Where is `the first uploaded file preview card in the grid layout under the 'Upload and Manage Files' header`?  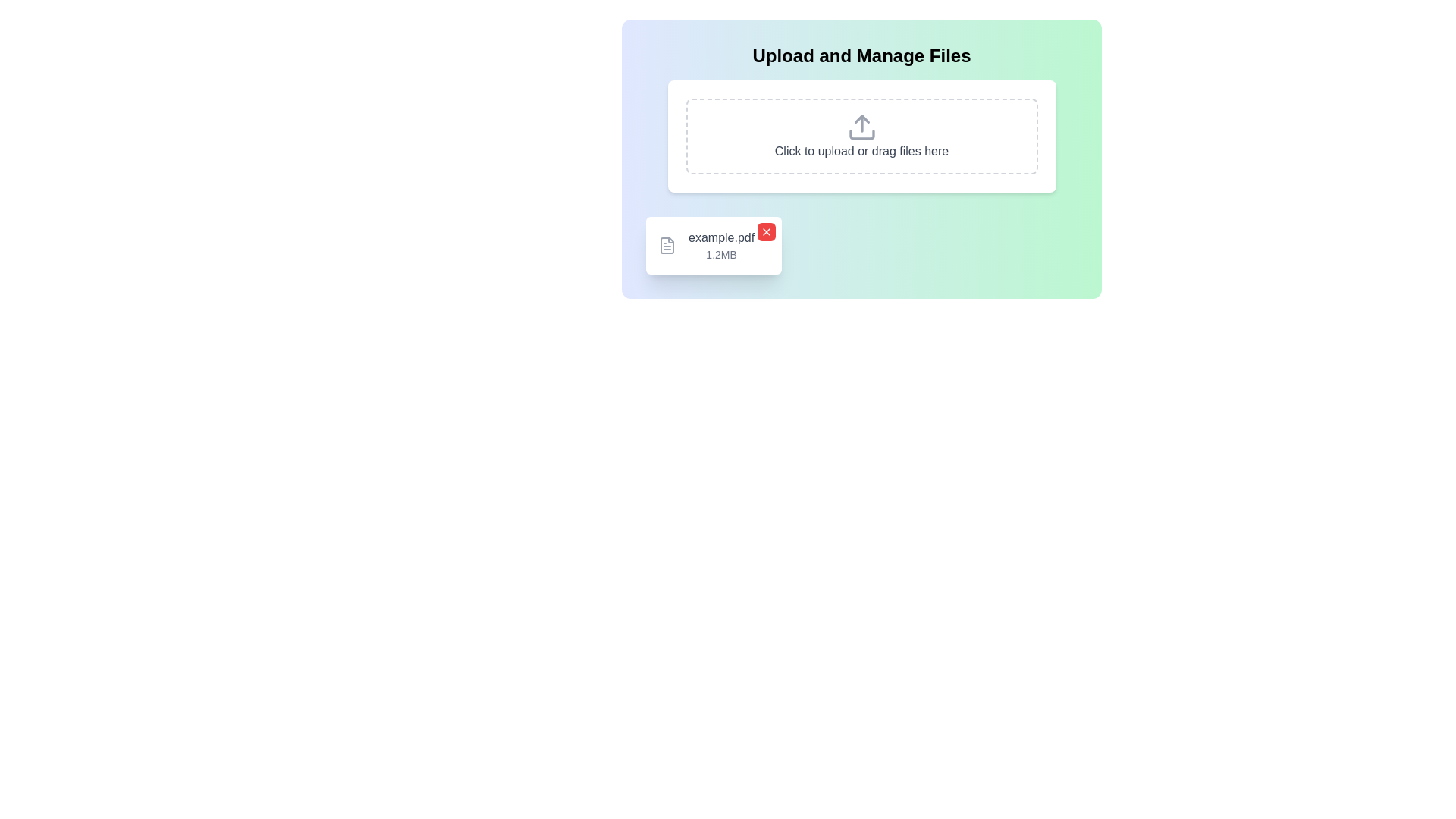
the first uploaded file preview card in the grid layout under the 'Upload and Manage Files' header is located at coordinates (713, 245).